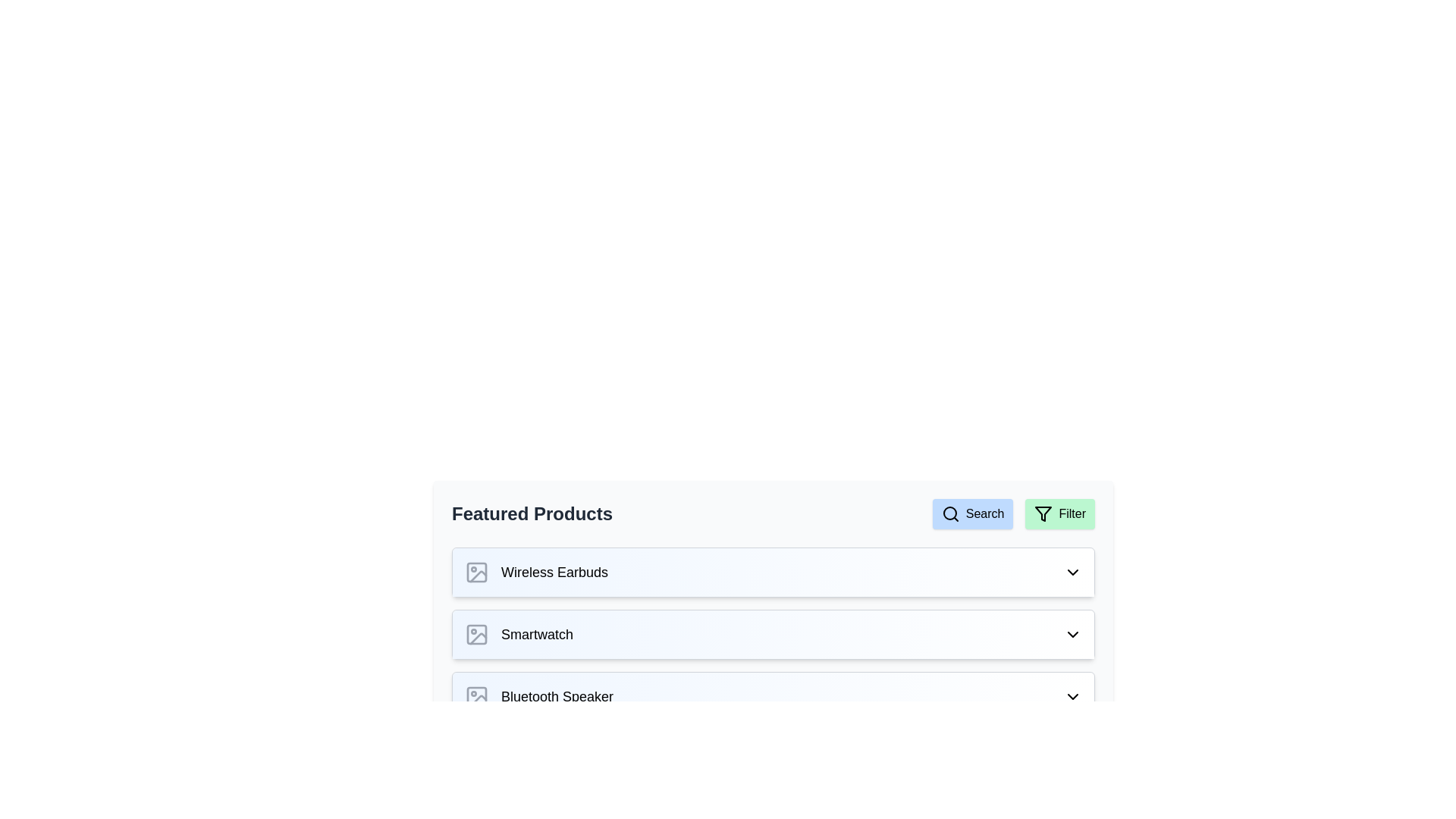 This screenshot has width=1456, height=819. I want to click on the 'Wireless Earbuds' button in the Featured Products section, so click(773, 573).